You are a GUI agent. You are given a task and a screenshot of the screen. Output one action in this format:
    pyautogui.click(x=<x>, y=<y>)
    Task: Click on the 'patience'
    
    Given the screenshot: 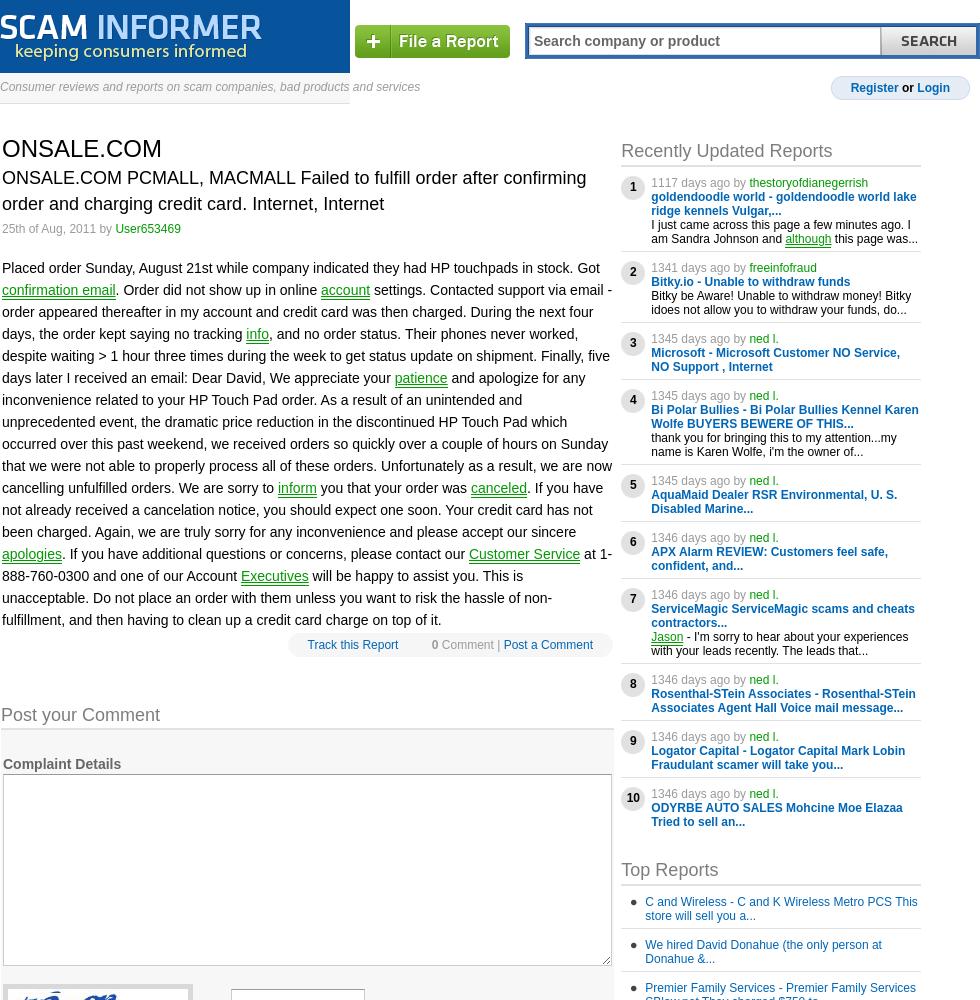 What is the action you would take?
    pyautogui.click(x=420, y=378)
    